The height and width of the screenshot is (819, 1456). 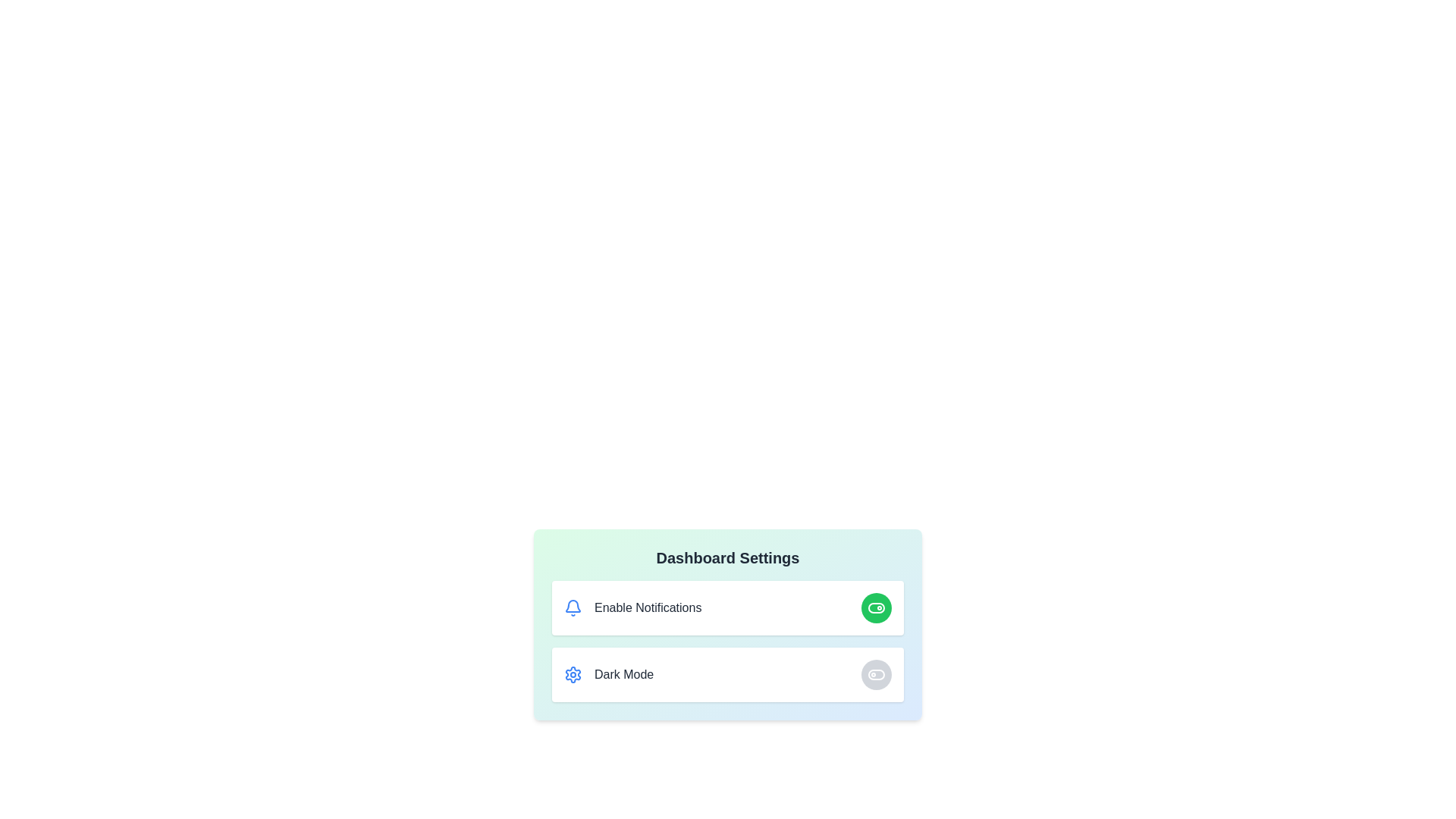 What do you see at coordinates (877, 607) in the screenshot?
I see `the toggle switch icon located within the green circular button on the rightmost side of the 'Enable Notifications' row in the 'Dashboard Settings' section` at bounding box center [877, 607].